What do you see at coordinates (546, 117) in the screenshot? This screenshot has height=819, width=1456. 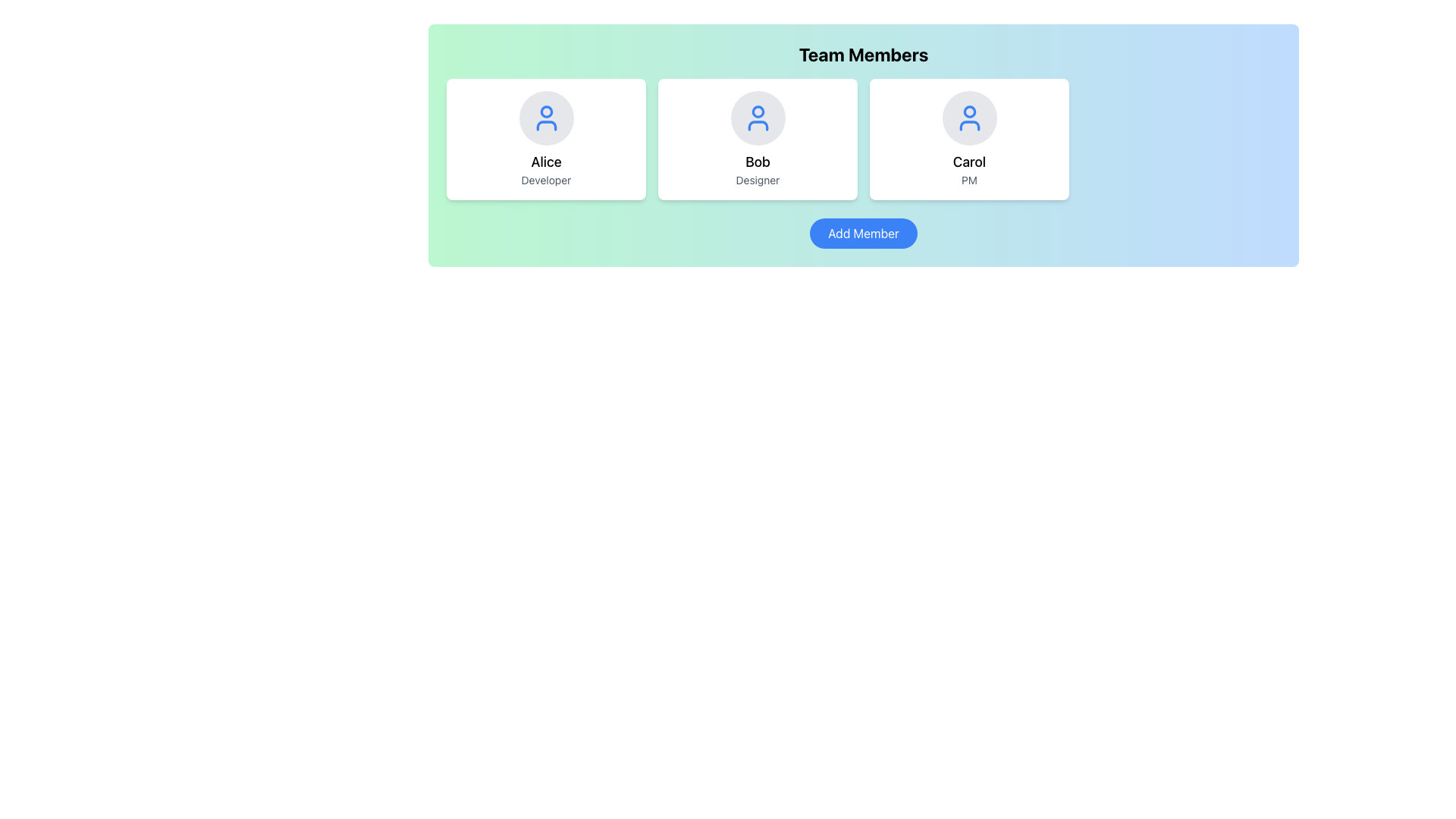 I see `the circular user icon with a gray background and blue user symbol, located above the name 'Alice' in her profile card` at bounding box center [546, 117].